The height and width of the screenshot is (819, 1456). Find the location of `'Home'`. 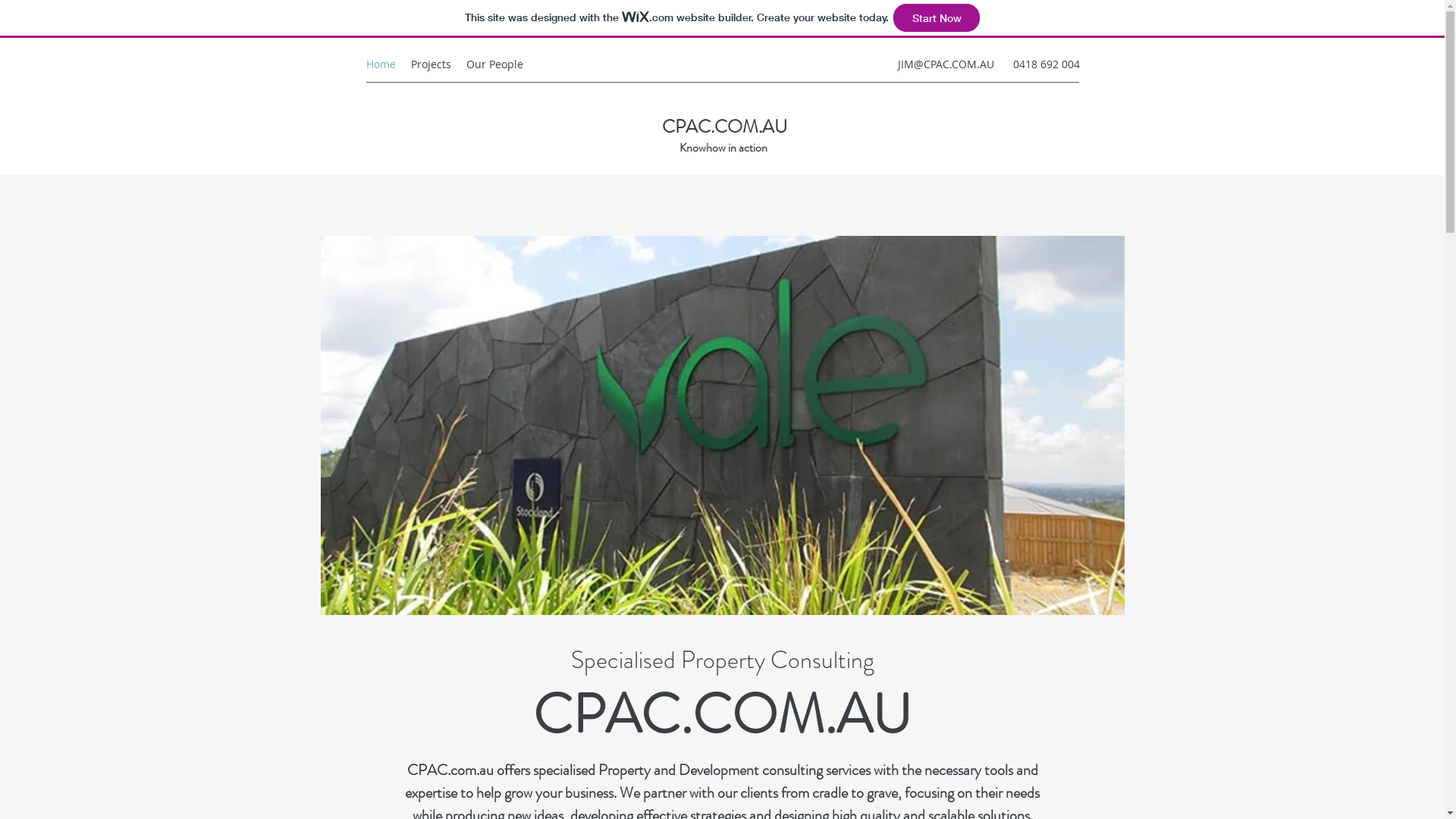

'Home' is located at coordinates (380, 63).